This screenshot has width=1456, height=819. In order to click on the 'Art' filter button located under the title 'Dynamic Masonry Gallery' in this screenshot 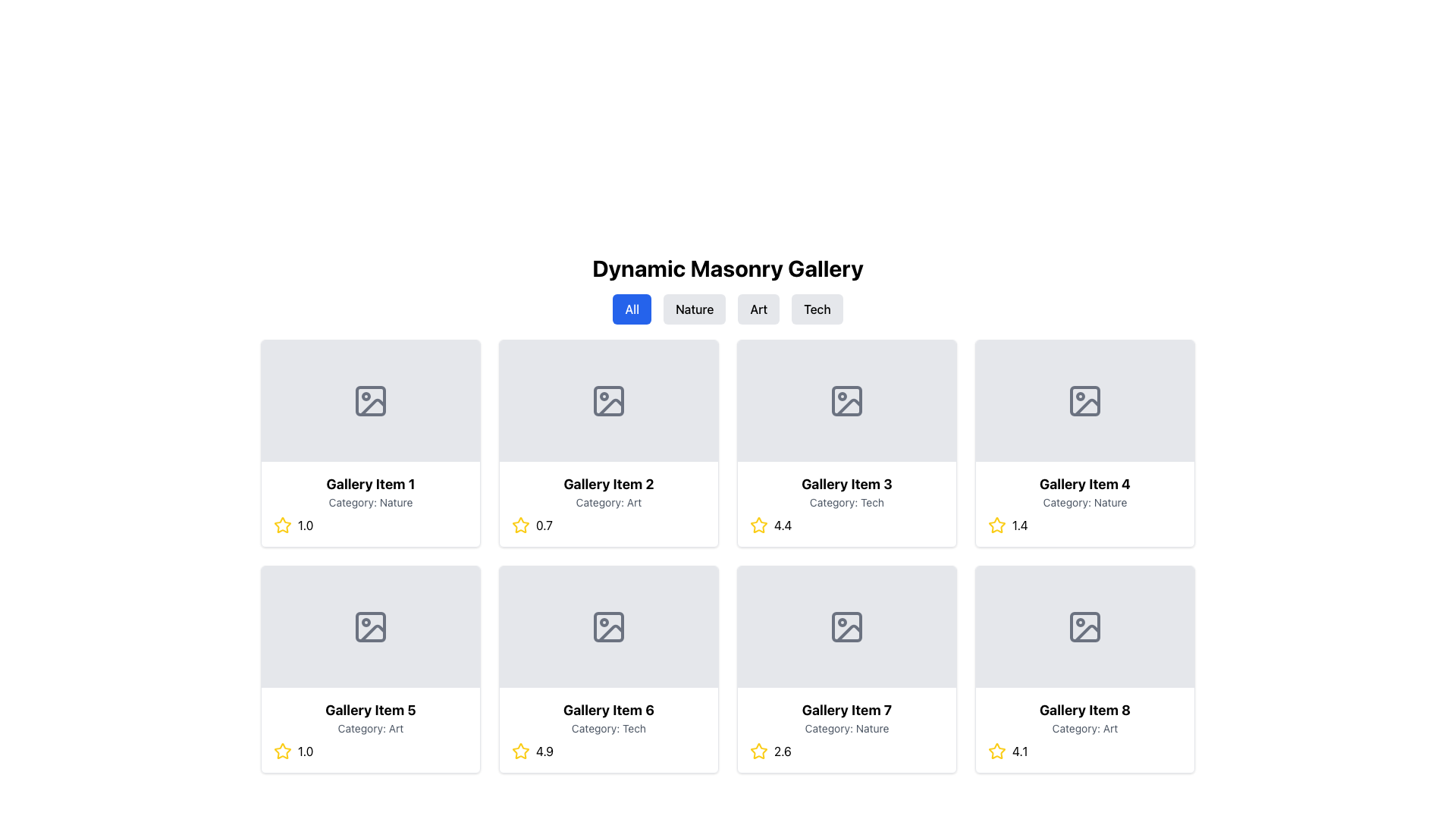, I will do `click(758, 309)`.